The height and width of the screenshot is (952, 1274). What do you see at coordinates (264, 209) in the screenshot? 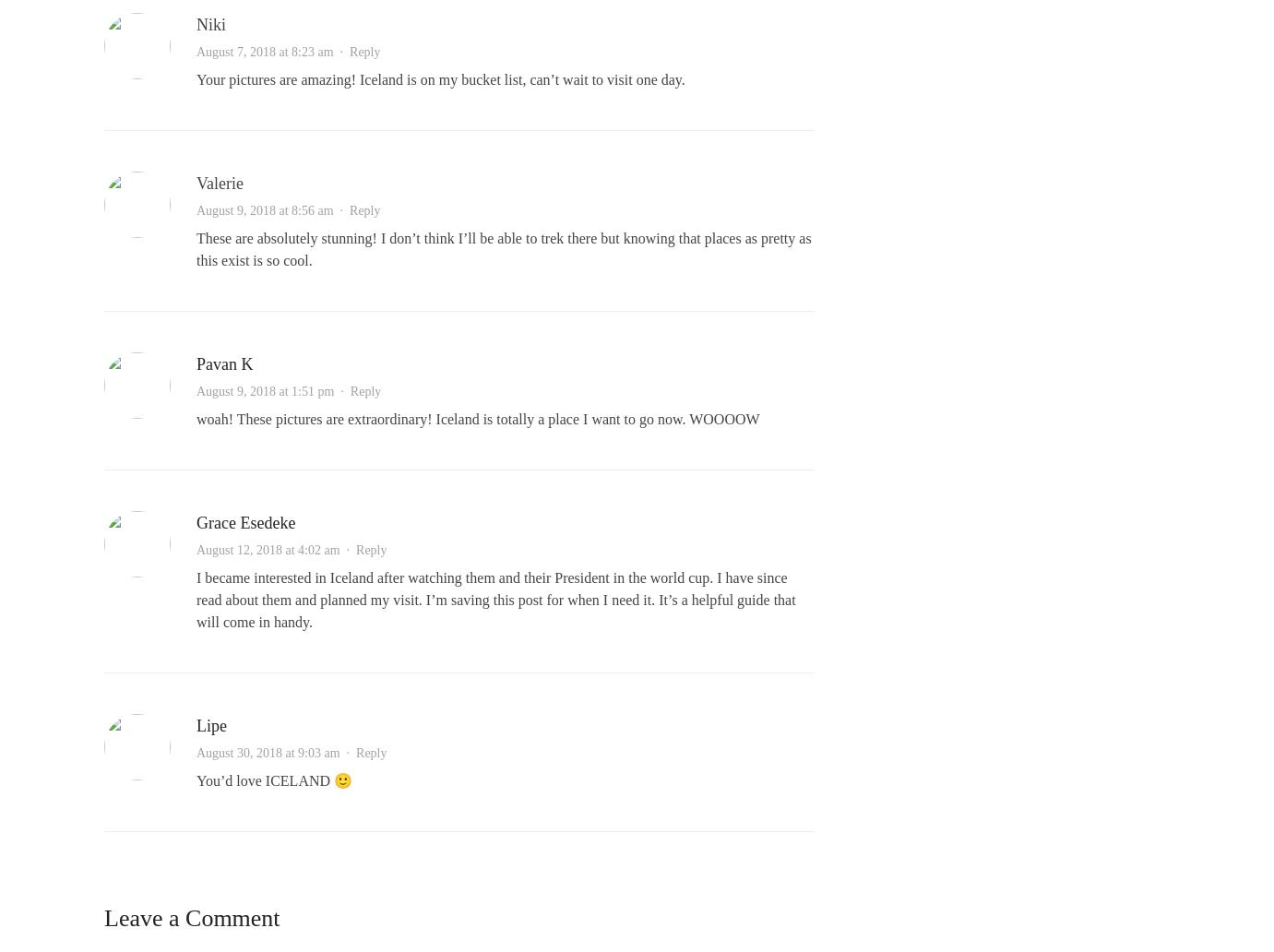
I see `'August 9, 2018 at 8:56 am'` at bounding box center [264, 209].